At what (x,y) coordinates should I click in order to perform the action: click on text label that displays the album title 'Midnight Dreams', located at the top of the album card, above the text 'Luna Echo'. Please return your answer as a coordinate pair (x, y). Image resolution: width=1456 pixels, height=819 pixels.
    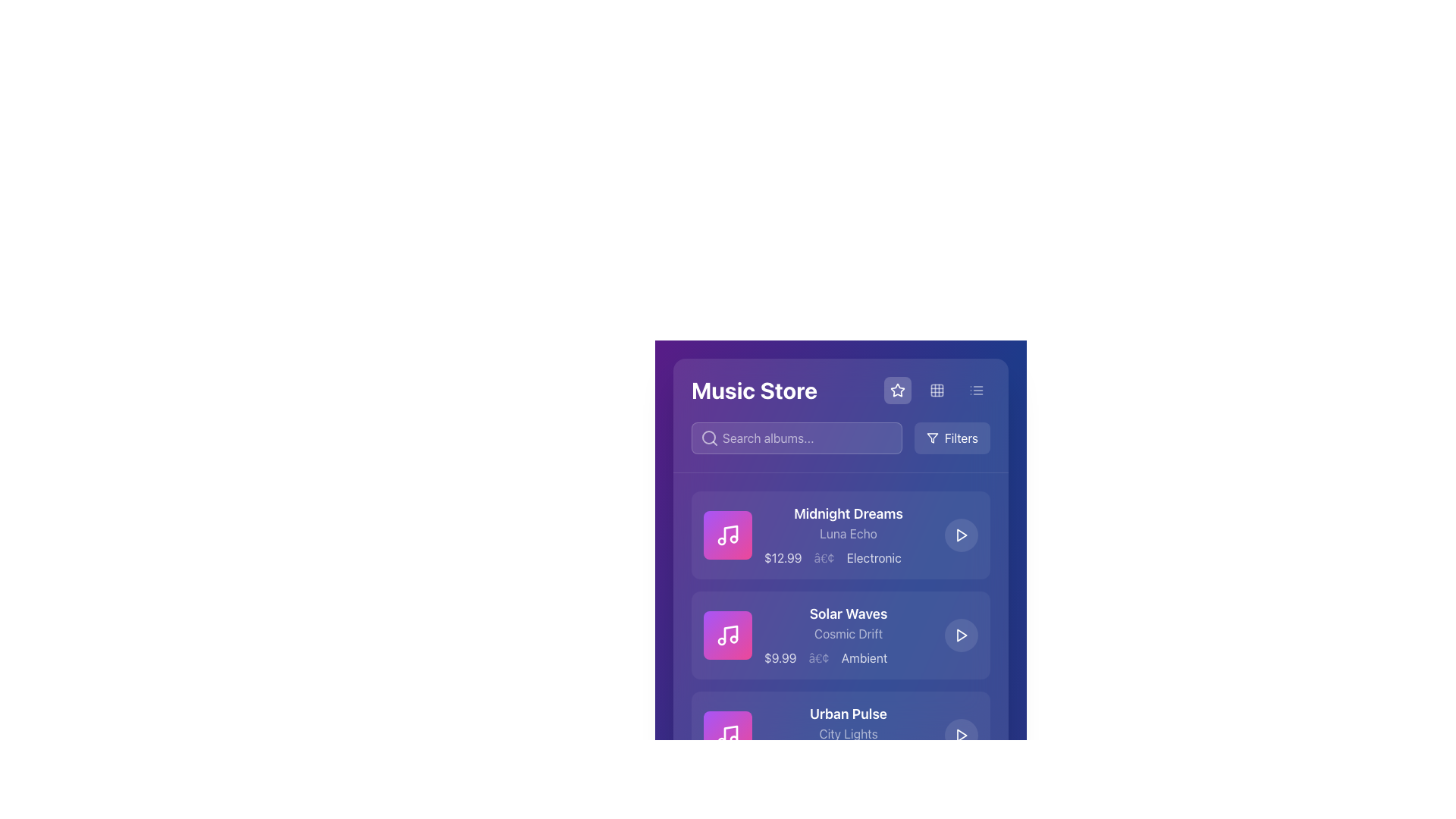
    Looking at the image, I should click on (847, 513).